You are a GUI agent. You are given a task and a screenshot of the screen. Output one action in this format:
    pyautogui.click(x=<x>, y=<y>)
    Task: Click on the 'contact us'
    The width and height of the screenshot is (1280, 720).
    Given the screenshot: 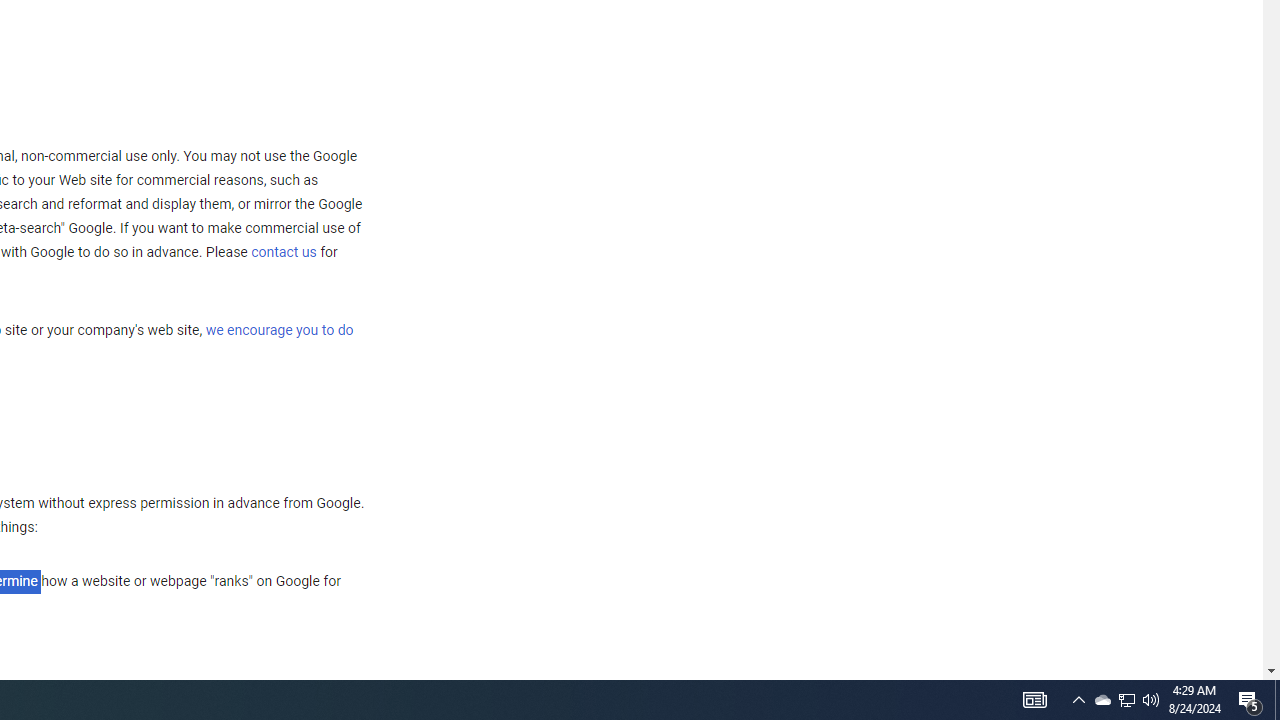 What is the action you would take?
    pyautogui.click(x=283, y=250)
    